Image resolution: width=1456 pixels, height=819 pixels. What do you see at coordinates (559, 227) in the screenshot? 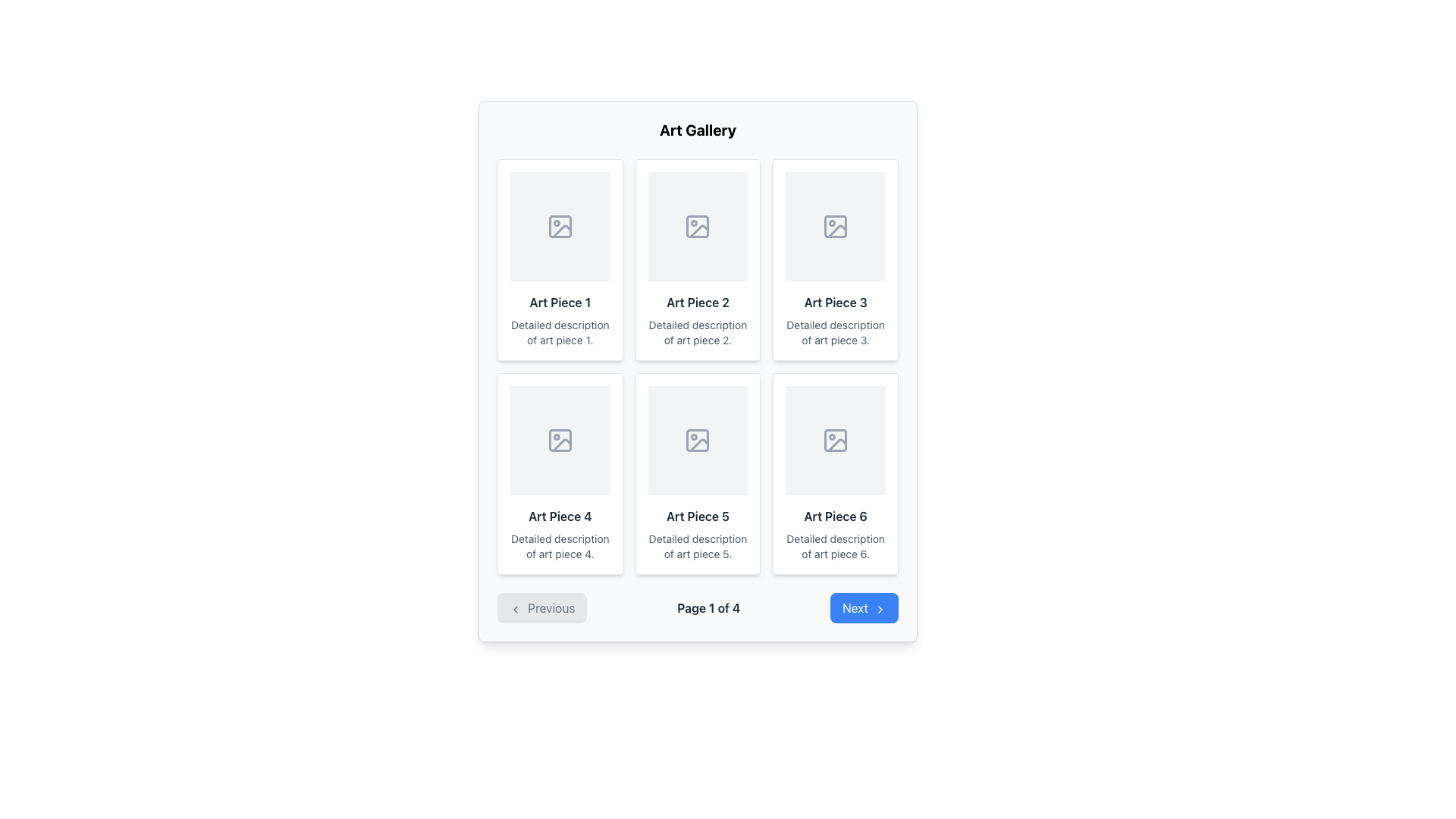
I see `the Image Placeholder for 'Art Piece 1', which is located at the top-left corner of the grid listing art pieces, above the text 'Art Piece 1' and its description` at bounding box center [559, 227].